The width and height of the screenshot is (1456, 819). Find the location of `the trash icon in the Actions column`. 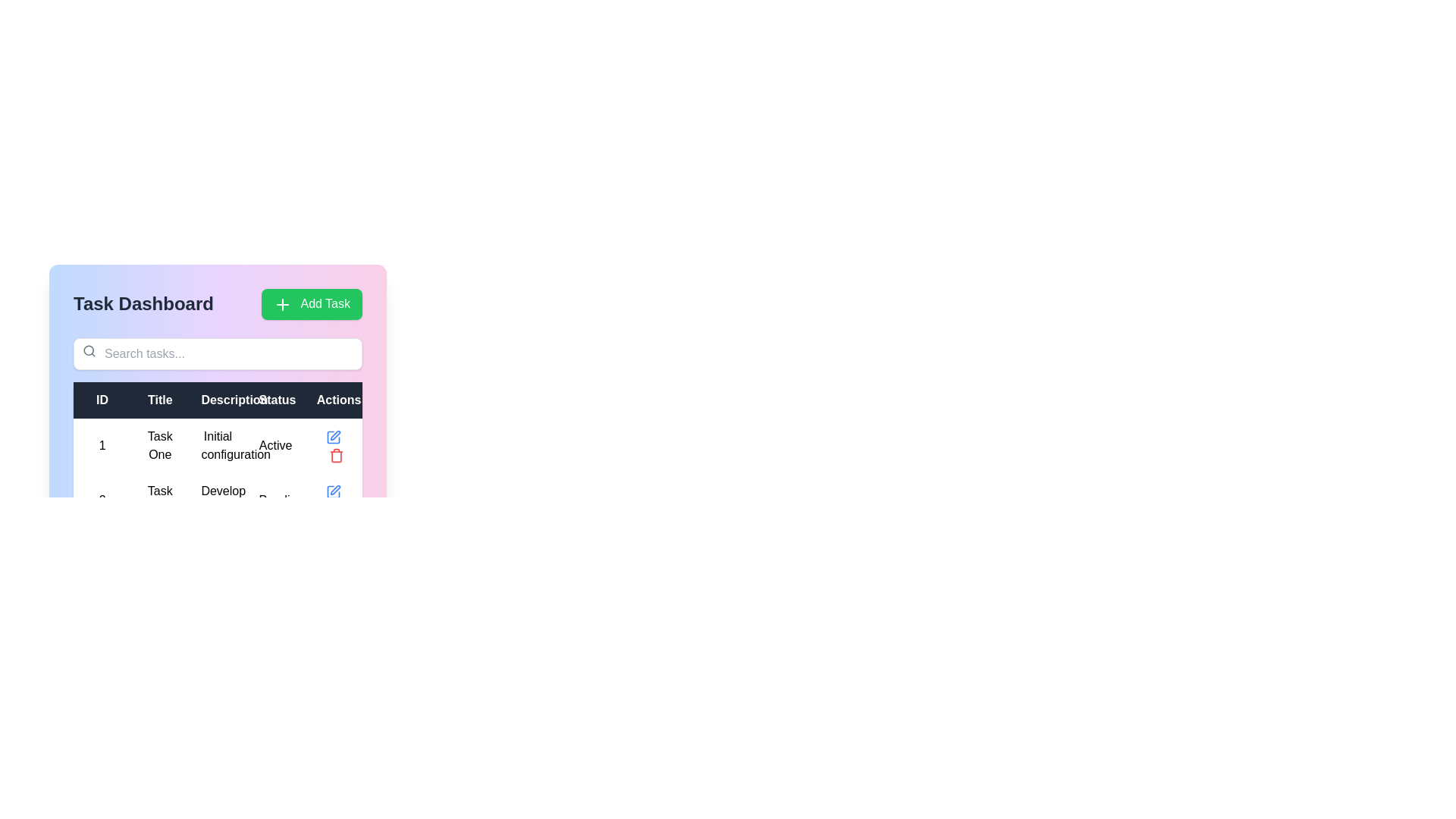

the trash icon in the Actions column is located at coordinates (332, 444).